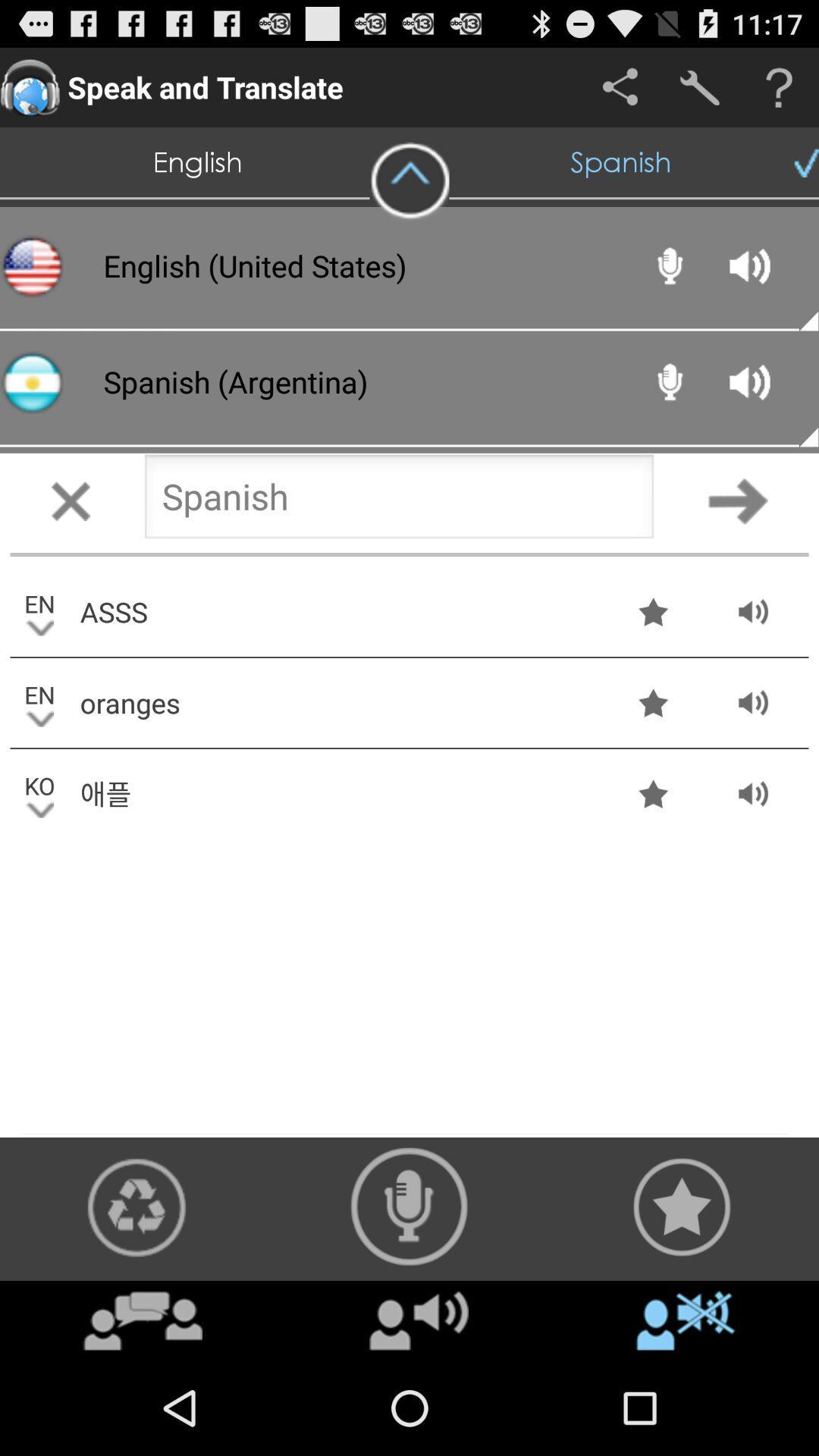 Image resolution: width=819 pixels, height=1456 pixels. What do you see at coordinates (136, 1206) in the screenshot?
I see `refresh` at bounding box center [136, 1206].